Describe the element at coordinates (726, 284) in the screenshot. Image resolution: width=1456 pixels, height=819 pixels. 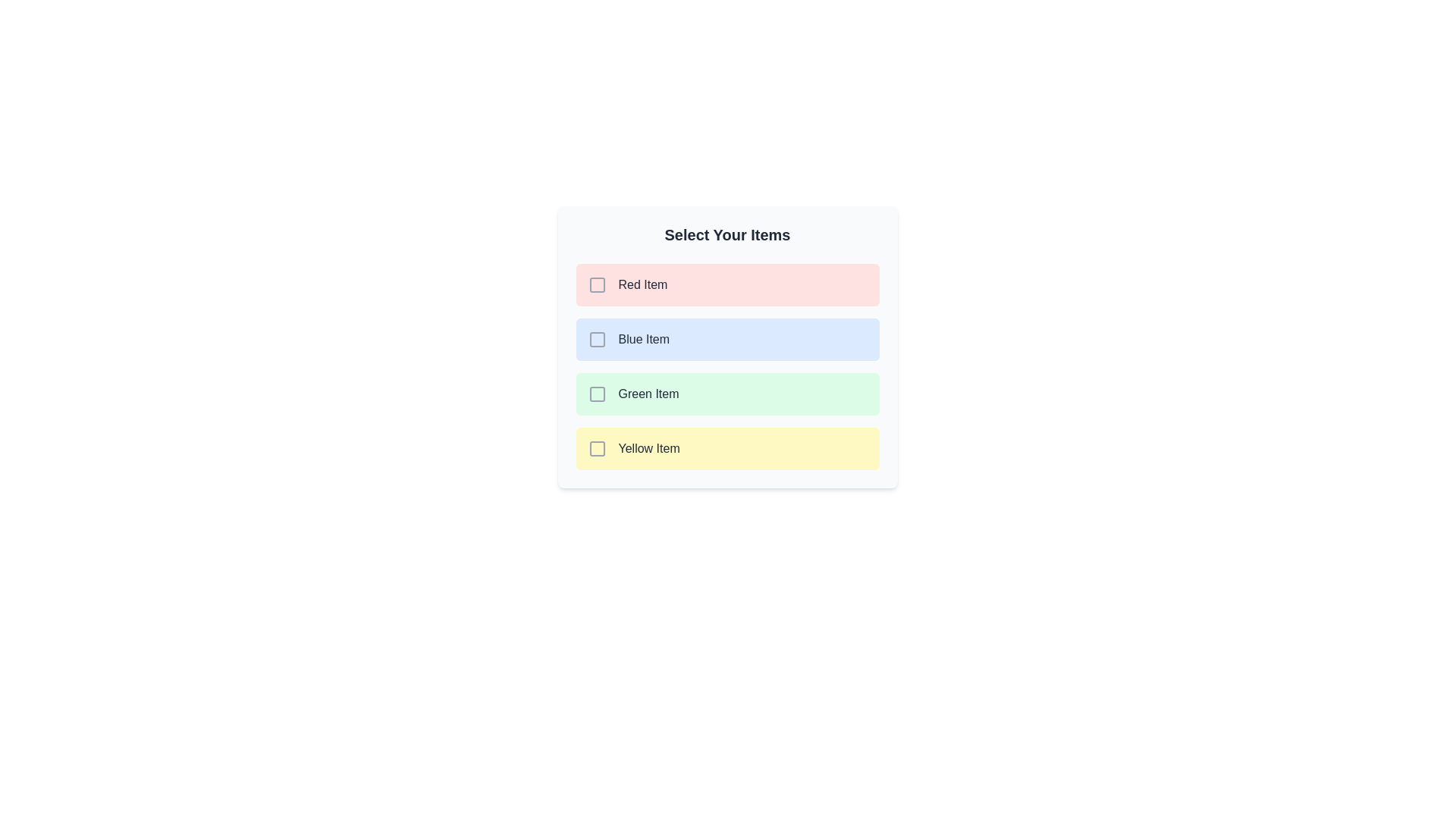
I see `the item Red Item` at that location.